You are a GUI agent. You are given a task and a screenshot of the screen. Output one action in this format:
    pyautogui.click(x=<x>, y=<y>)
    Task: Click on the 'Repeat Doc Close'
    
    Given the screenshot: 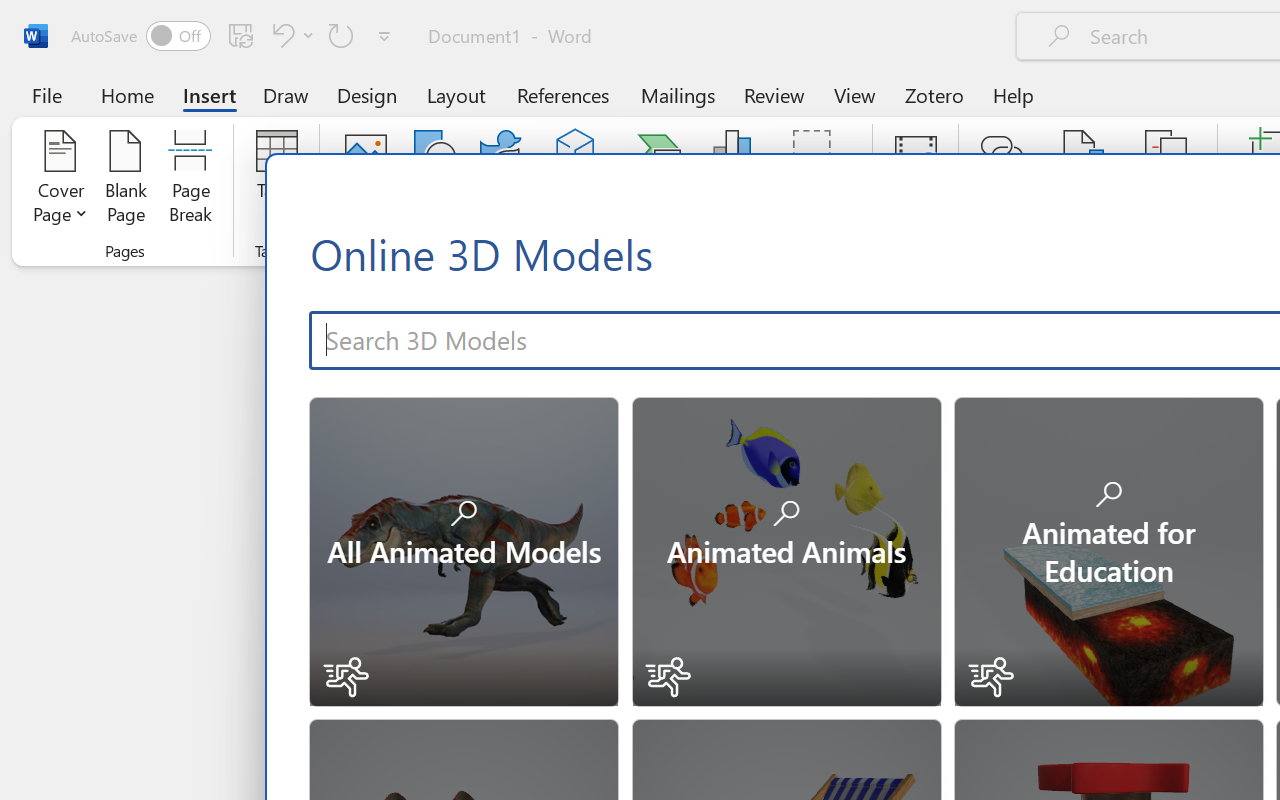 What is the action you would take?
    pyautogui.click(x=341, y=34)
    